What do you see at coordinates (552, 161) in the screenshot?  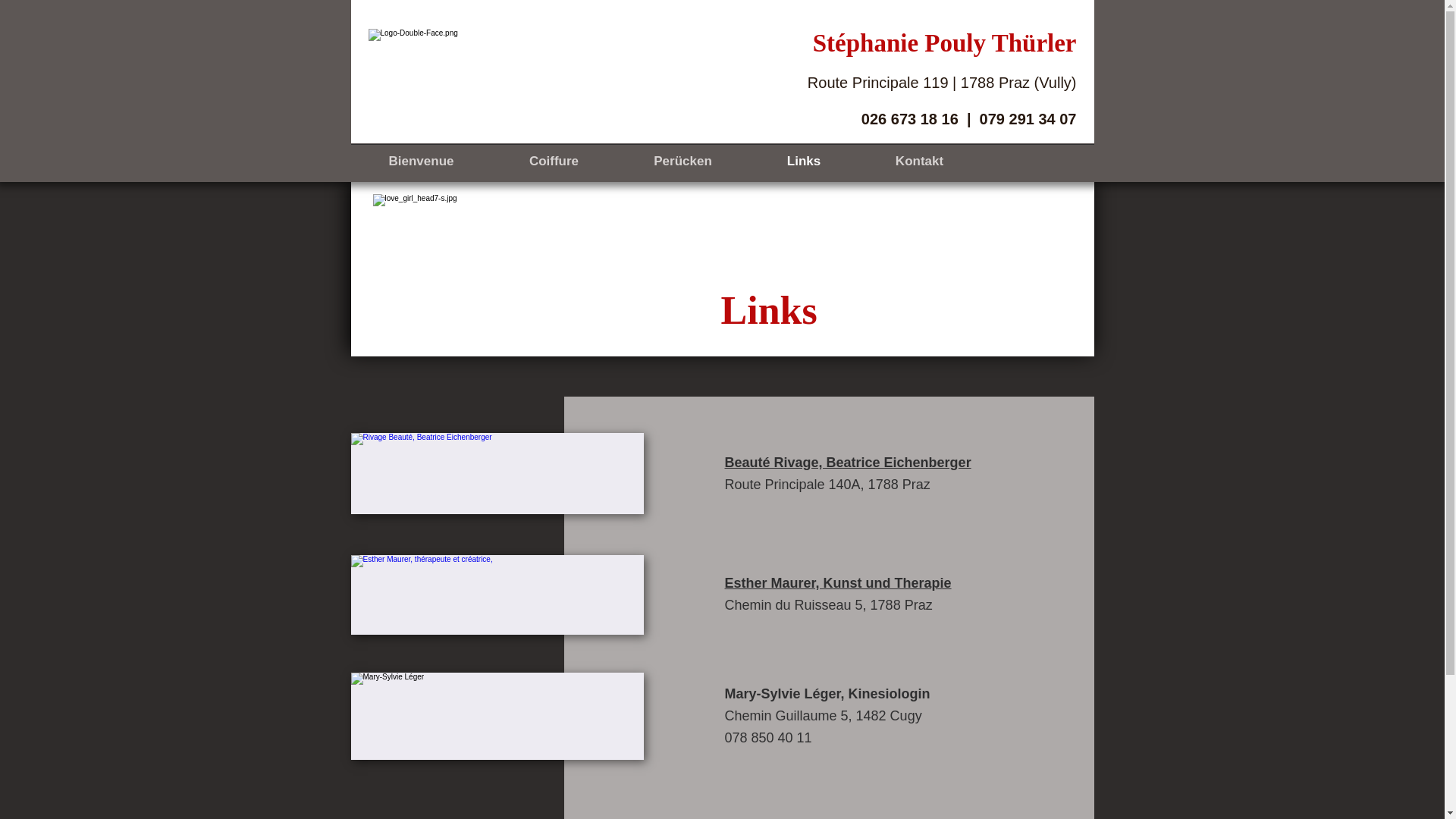 I see `'Coiffure'` at bounding box center [552, 161].